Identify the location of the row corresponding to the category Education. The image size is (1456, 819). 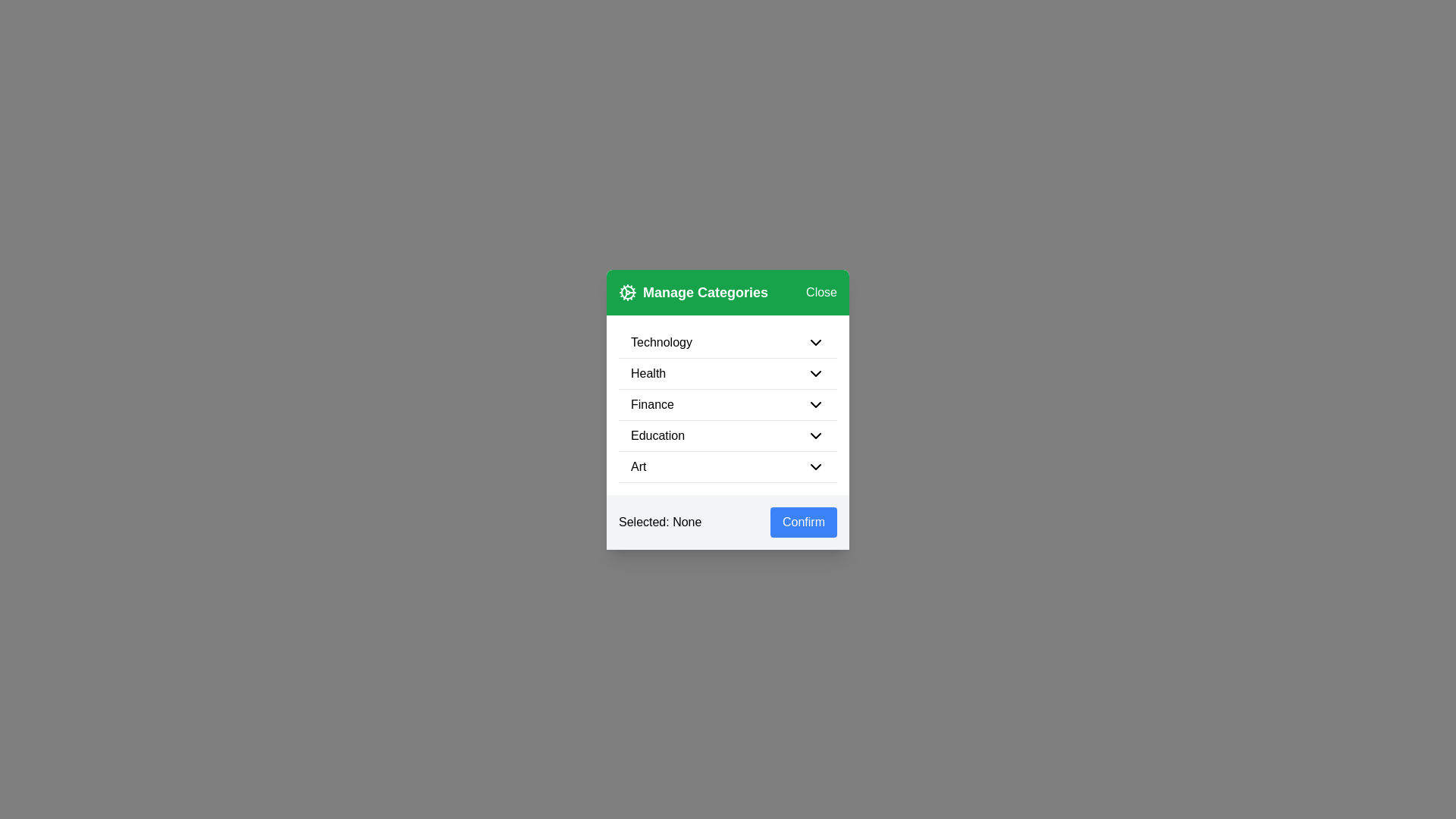
(728, 435).